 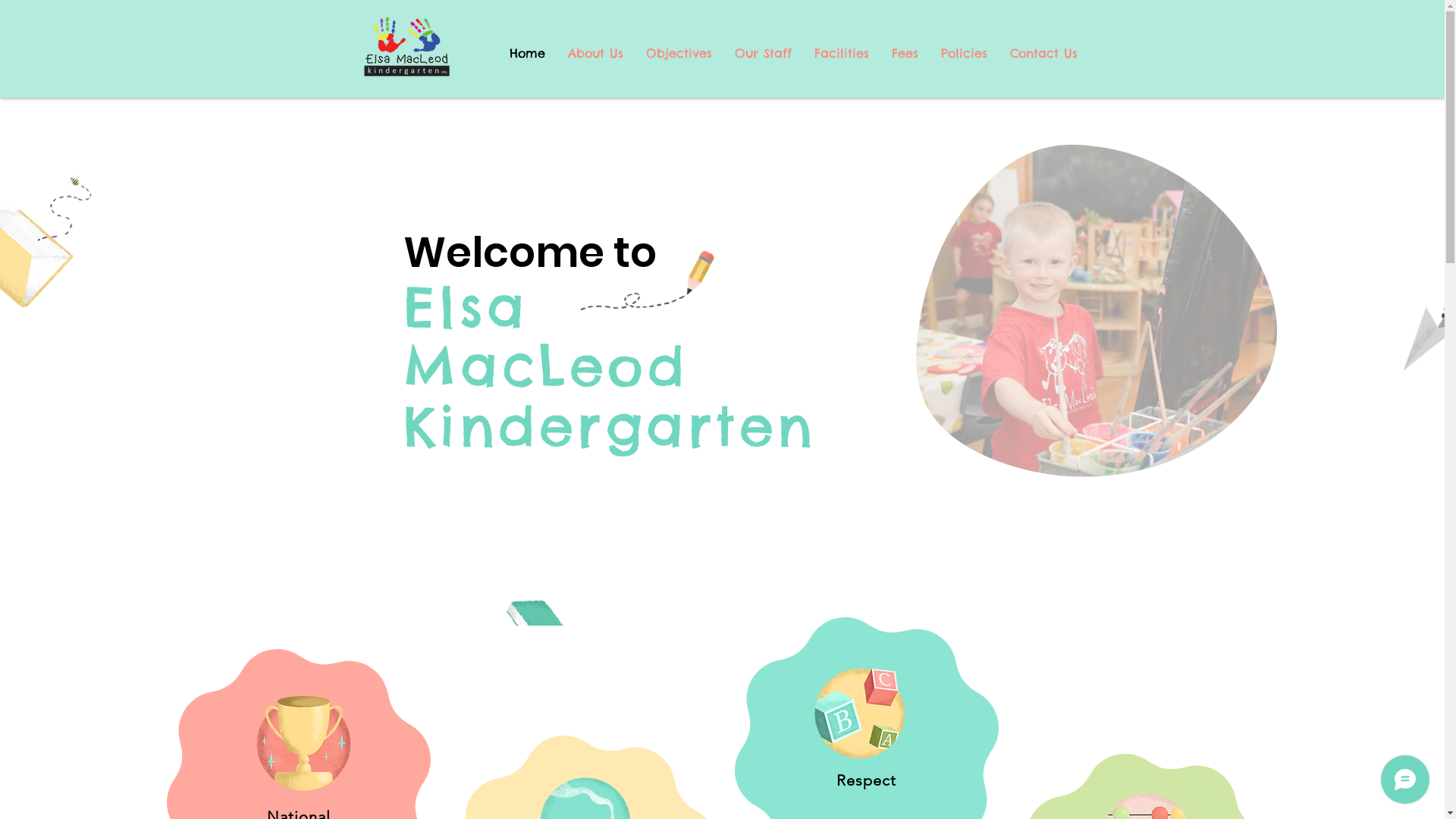 I want to click on 'Our Staff', so click(x=763, y=52).